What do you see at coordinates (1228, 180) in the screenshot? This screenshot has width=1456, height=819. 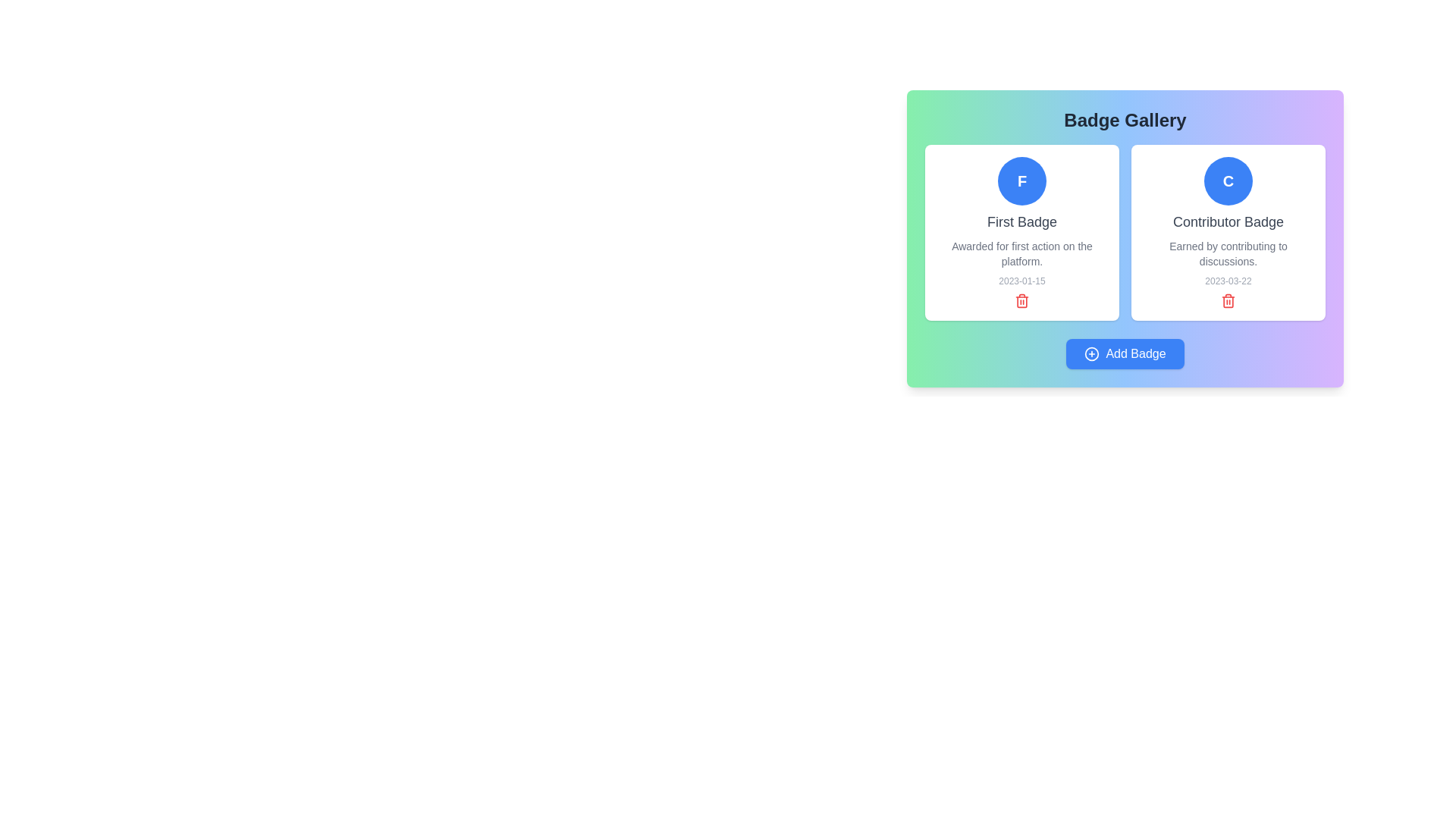 I see `the bold 'C' character in the white color, which is centrally placed within the blue circular background of the 'Contributor Badge' card` at bounding box center [1228, 180].